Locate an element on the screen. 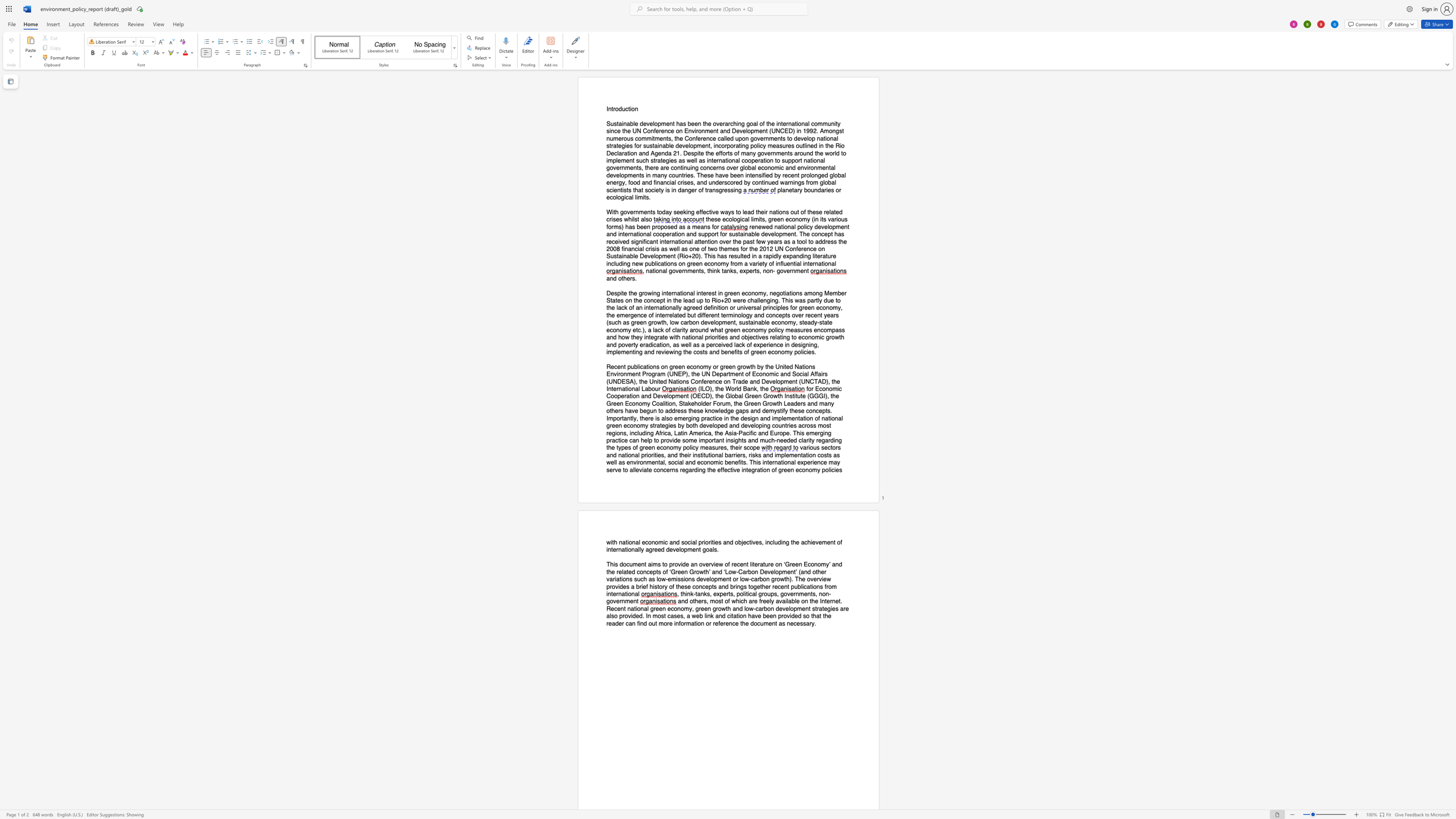 This screenshot has width=1456, height=819. the 2th character "b" in the text is located at coordinates (689, 315).